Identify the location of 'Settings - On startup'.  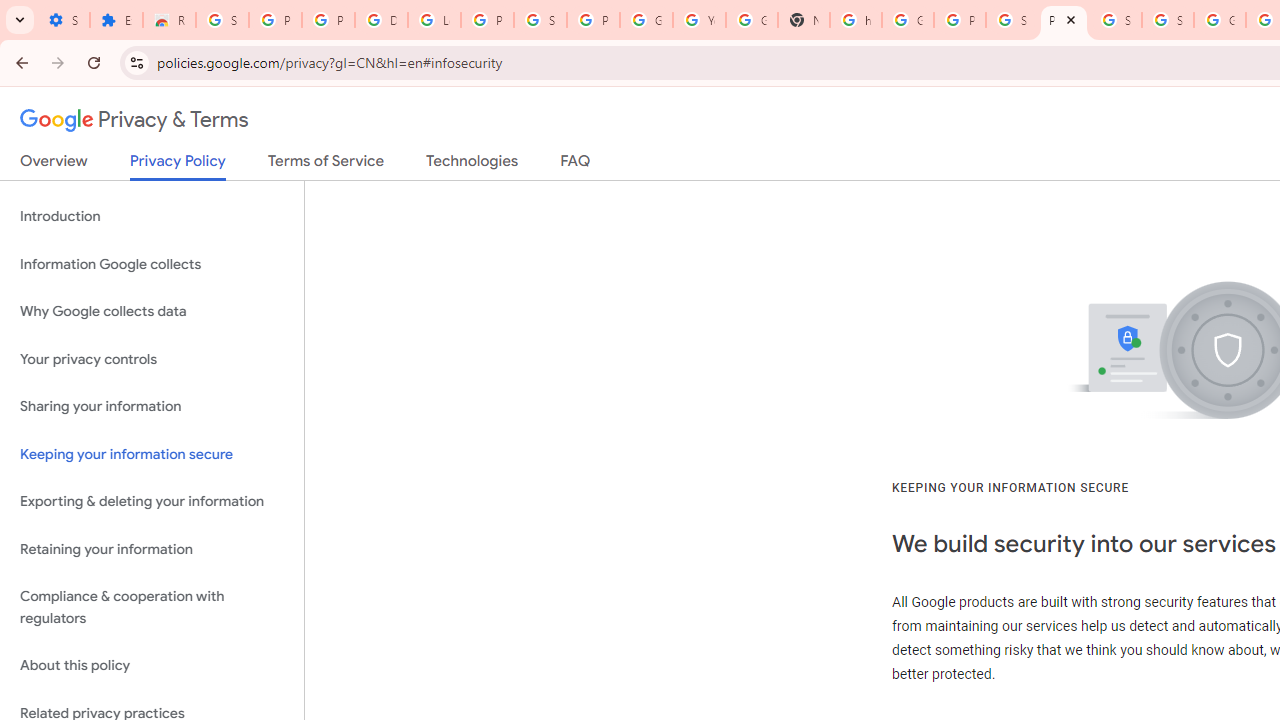
(63, 20).